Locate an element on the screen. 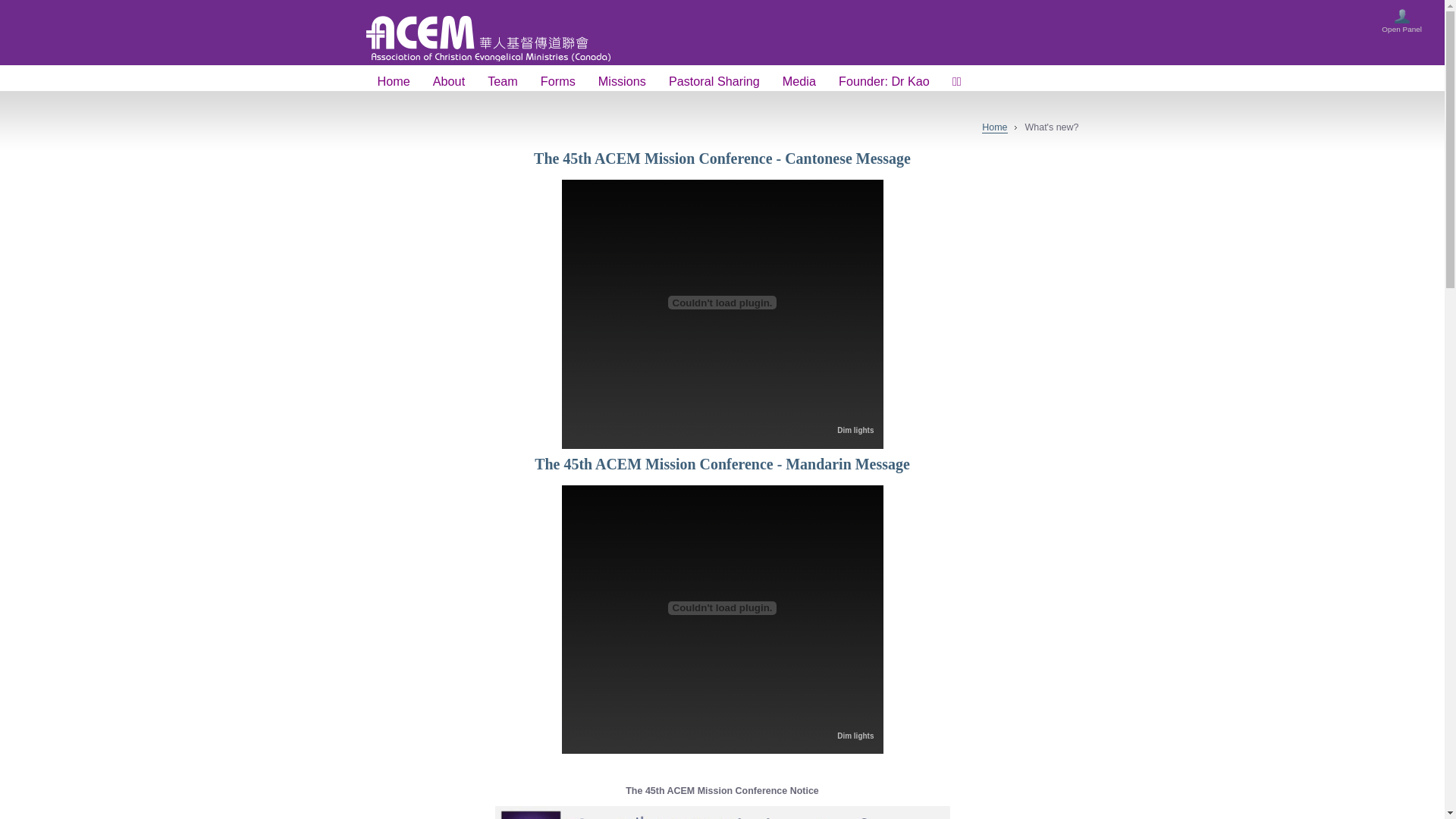 The width and height of the screenshot is (1456, 819). 'Founder: Dr Kao' is located at coordinates (884, 82).